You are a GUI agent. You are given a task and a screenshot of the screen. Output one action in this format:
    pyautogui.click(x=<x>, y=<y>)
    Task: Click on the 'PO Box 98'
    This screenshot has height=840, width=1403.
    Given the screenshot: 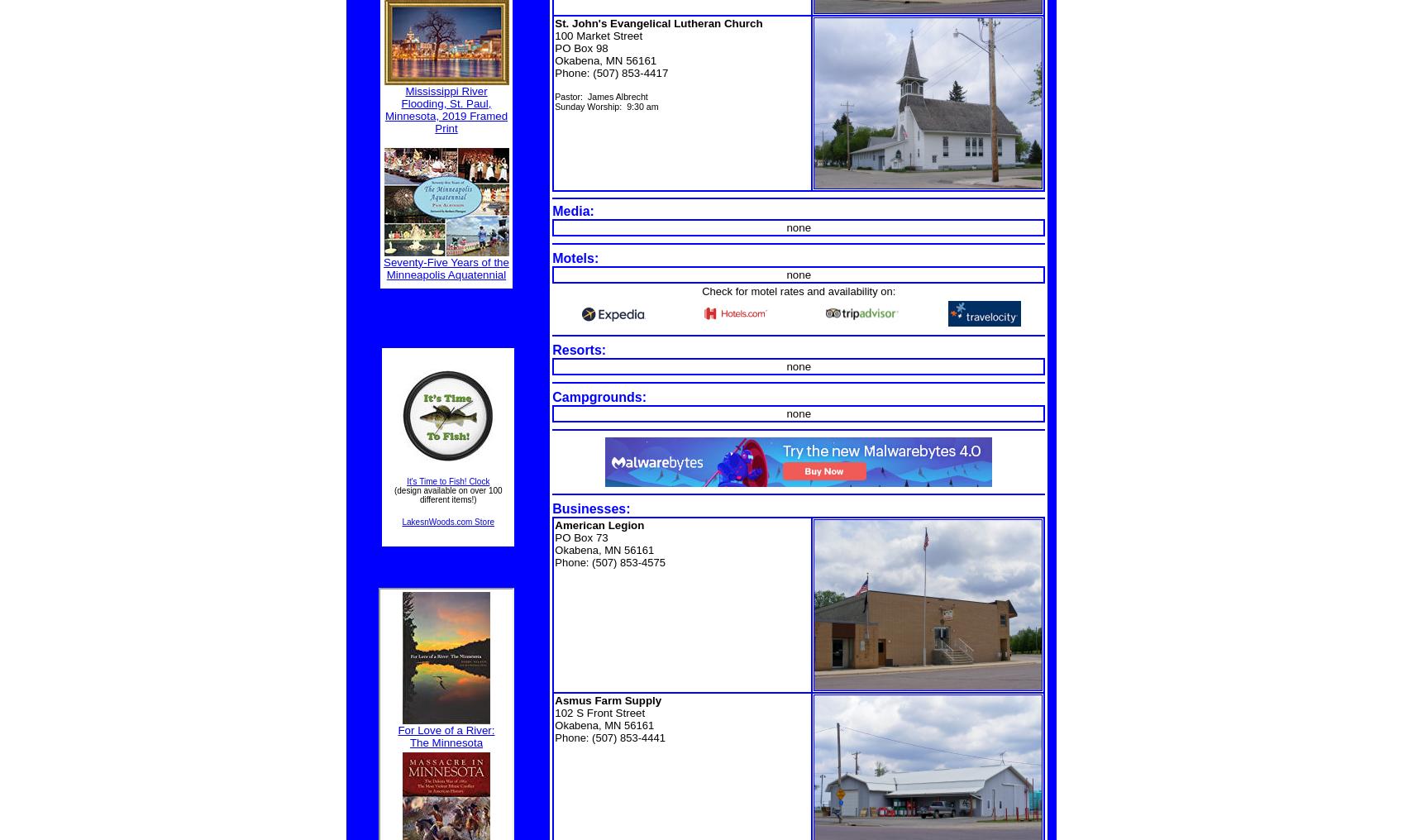 What is the action you would take?
    pyautogui.click(x=580, y=47)
    